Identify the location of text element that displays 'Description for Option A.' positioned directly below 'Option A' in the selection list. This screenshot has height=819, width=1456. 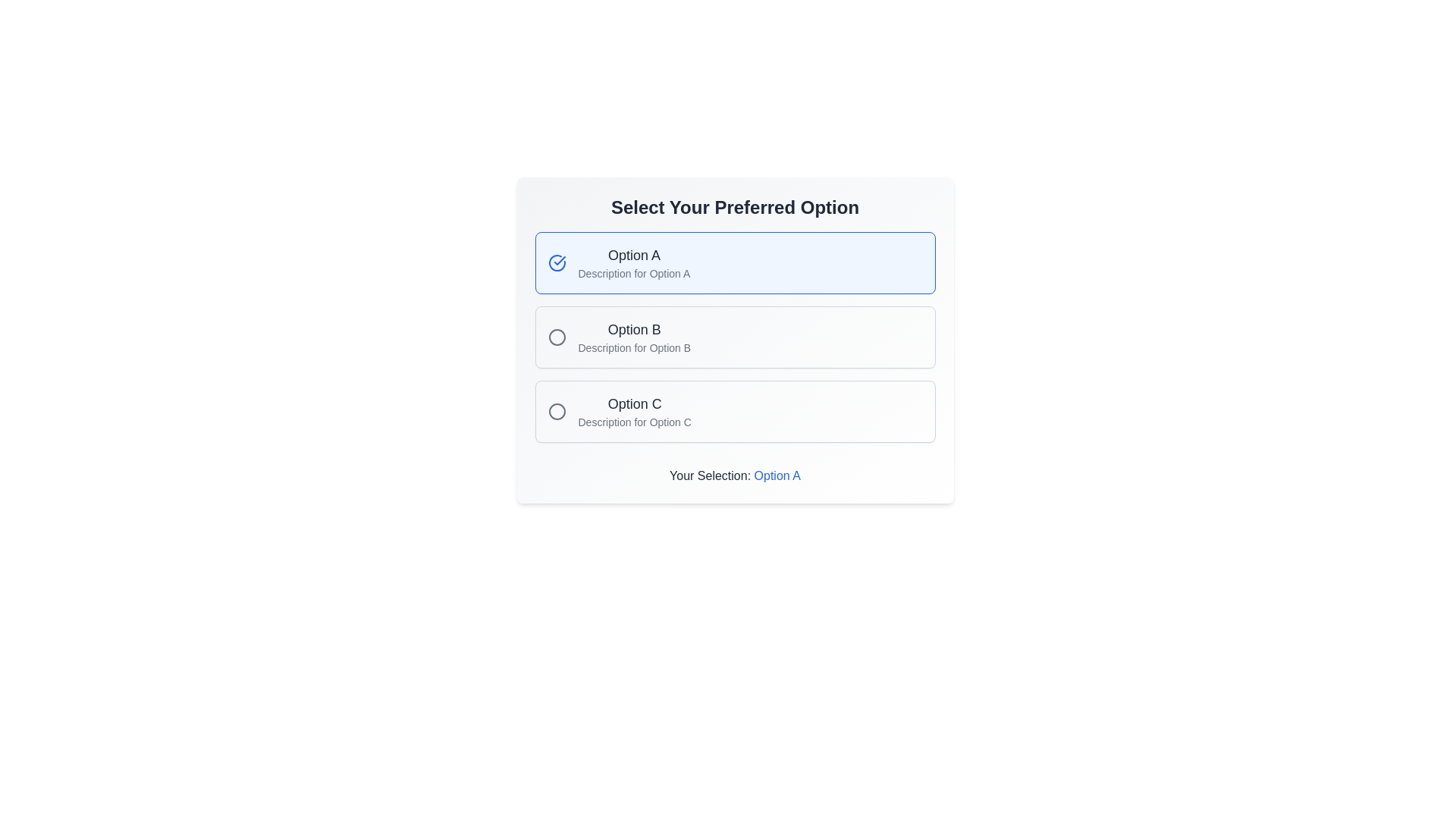
(634, 274).